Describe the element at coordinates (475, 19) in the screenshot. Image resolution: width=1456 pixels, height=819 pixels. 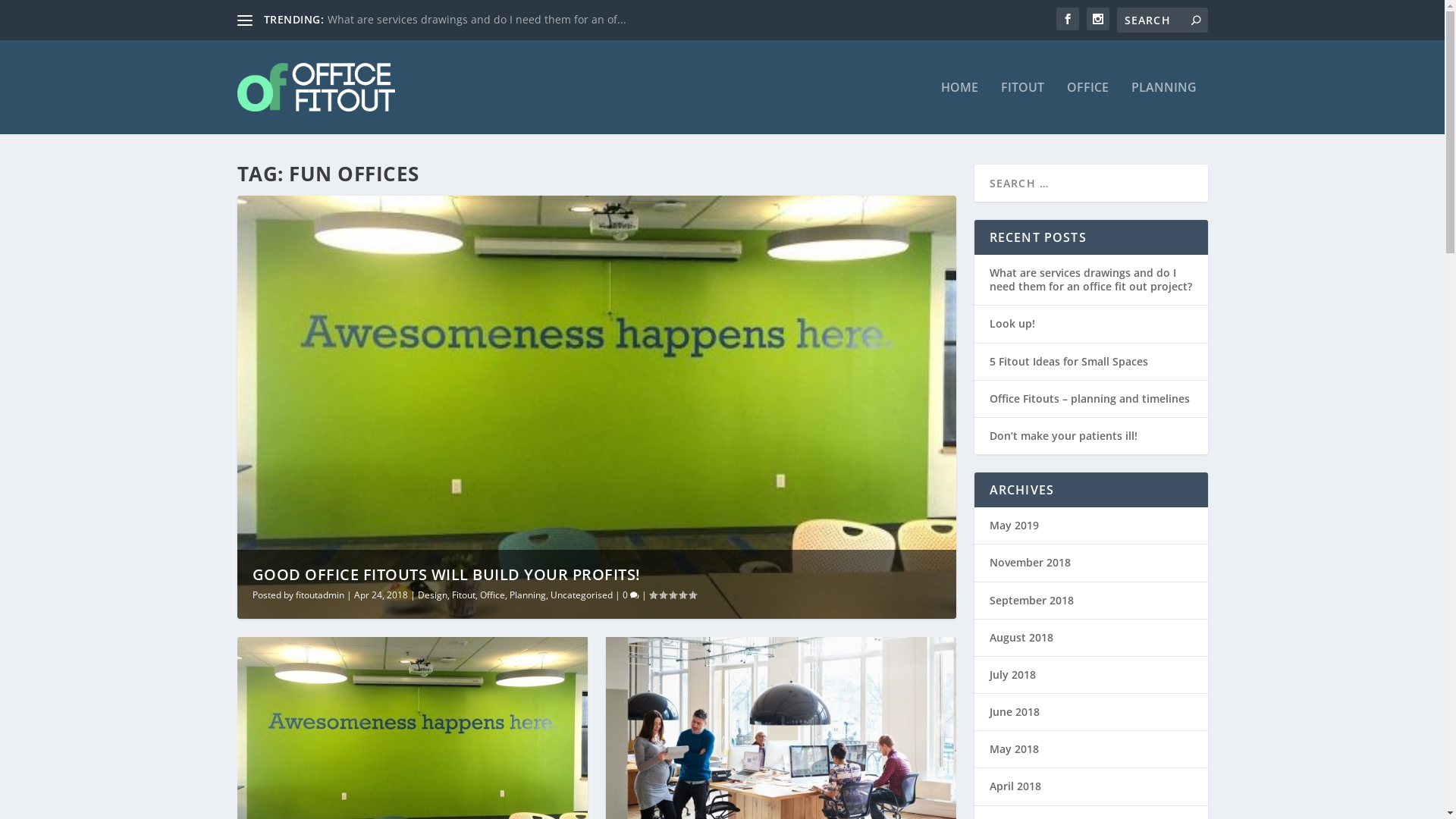
I see `'What are services drawings and do I need them for an of...'` at that location.